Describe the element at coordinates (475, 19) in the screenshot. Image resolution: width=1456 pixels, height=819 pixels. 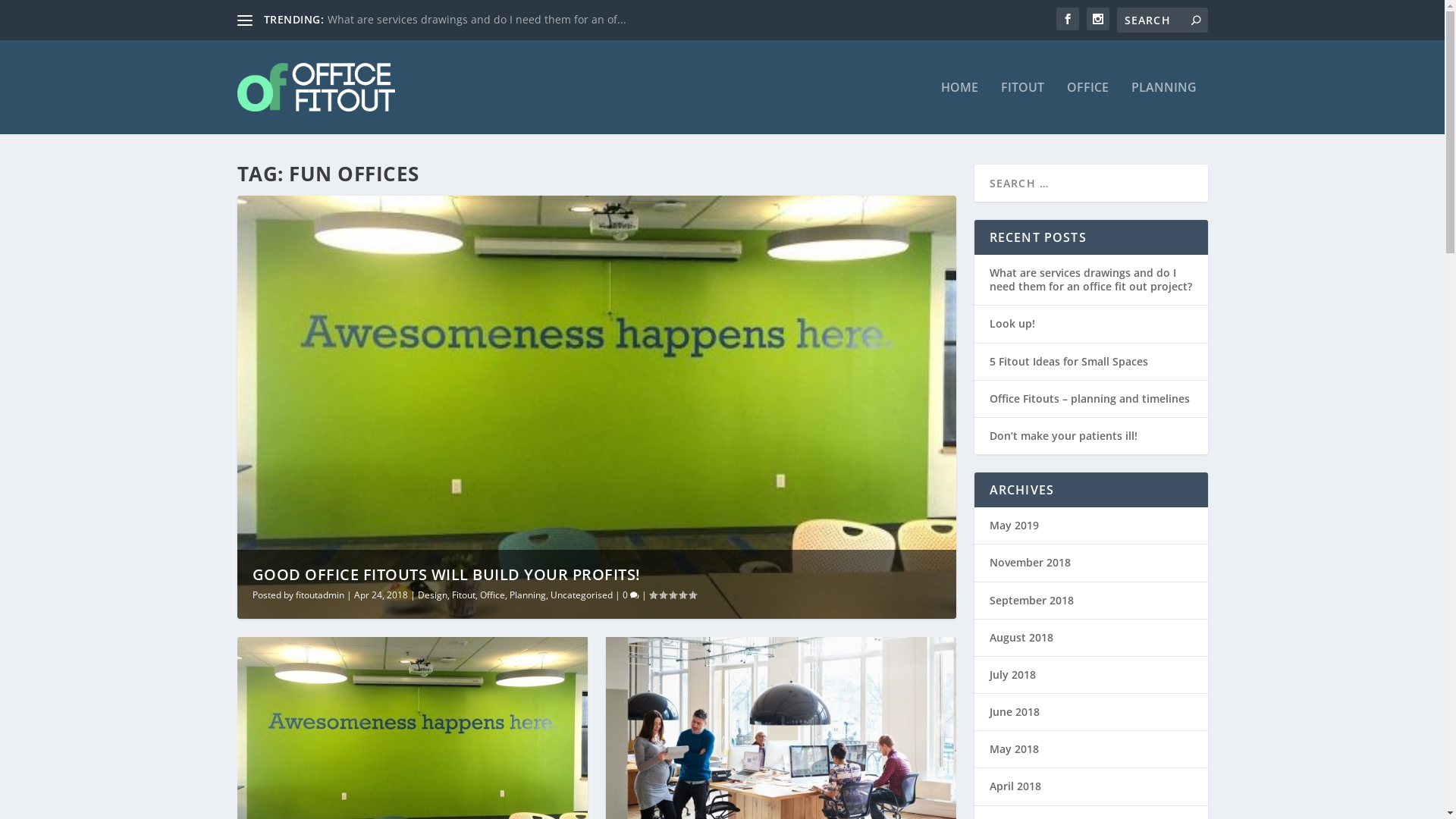
I see `'What are services drawings and do I need them for an of...'` at that location.